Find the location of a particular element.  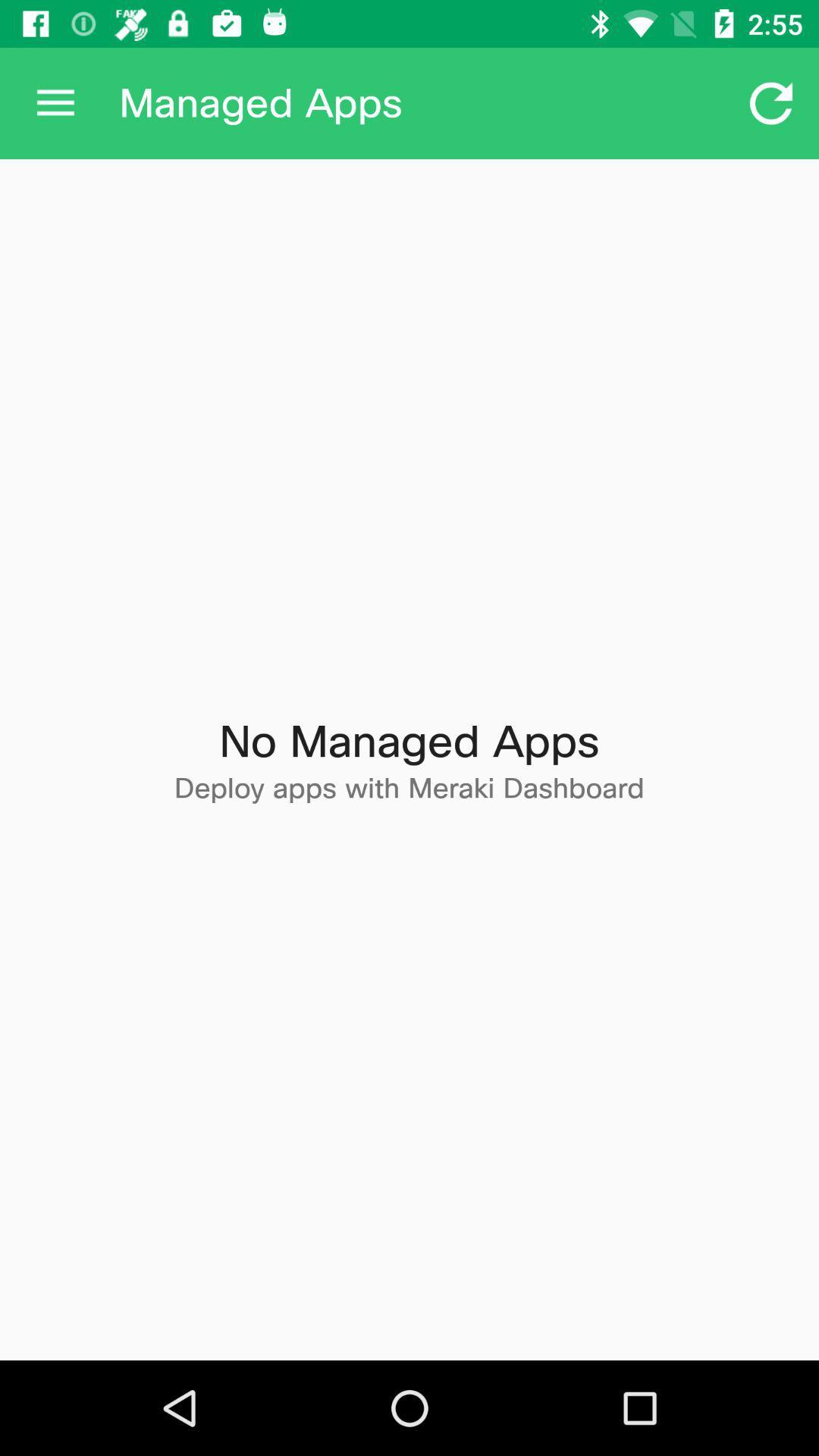

icon at the top right corner is located at coordinates (771, 102).